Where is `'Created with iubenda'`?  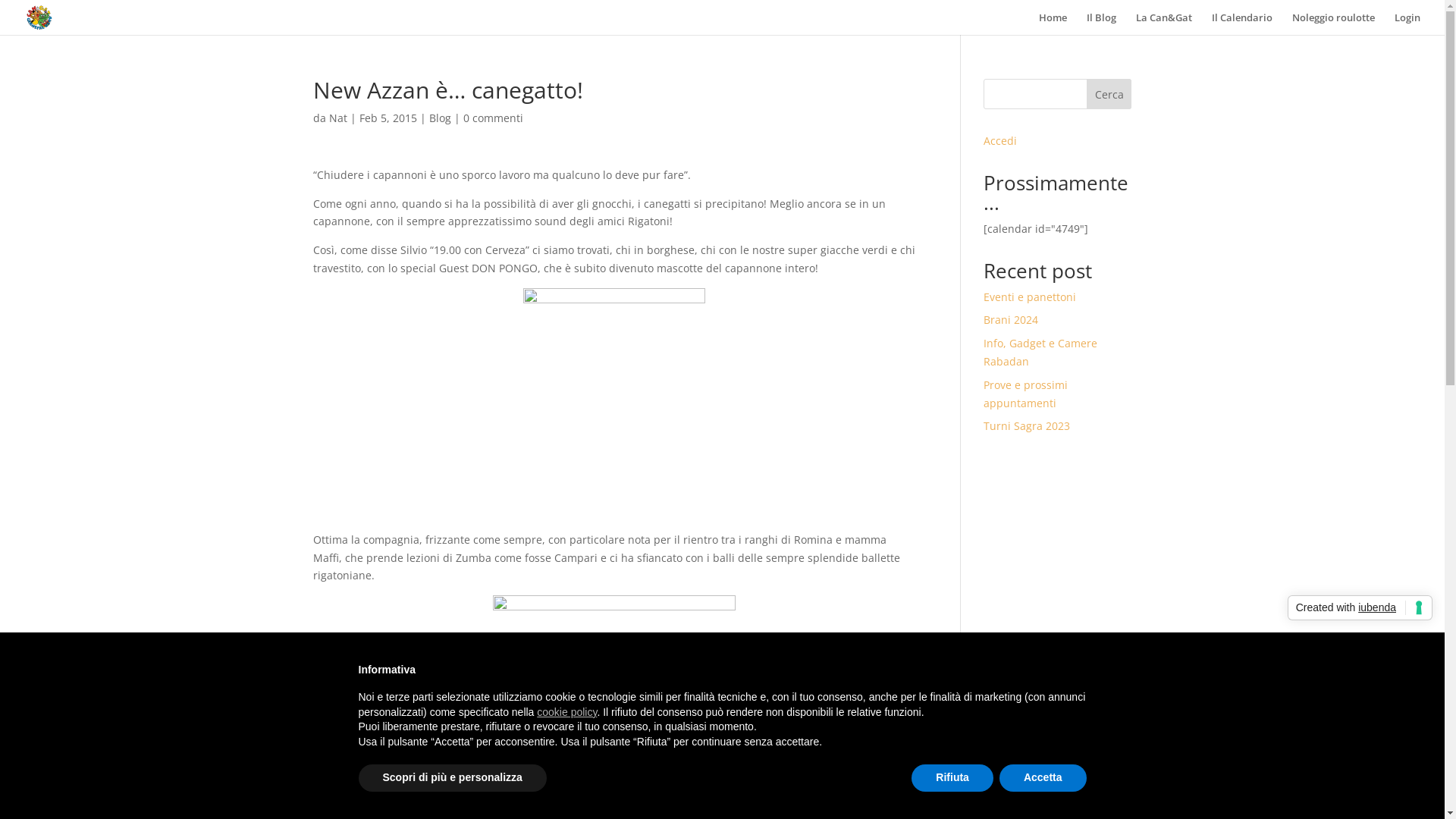
'Created with iubenda' is located at coordinates (1360, 607).